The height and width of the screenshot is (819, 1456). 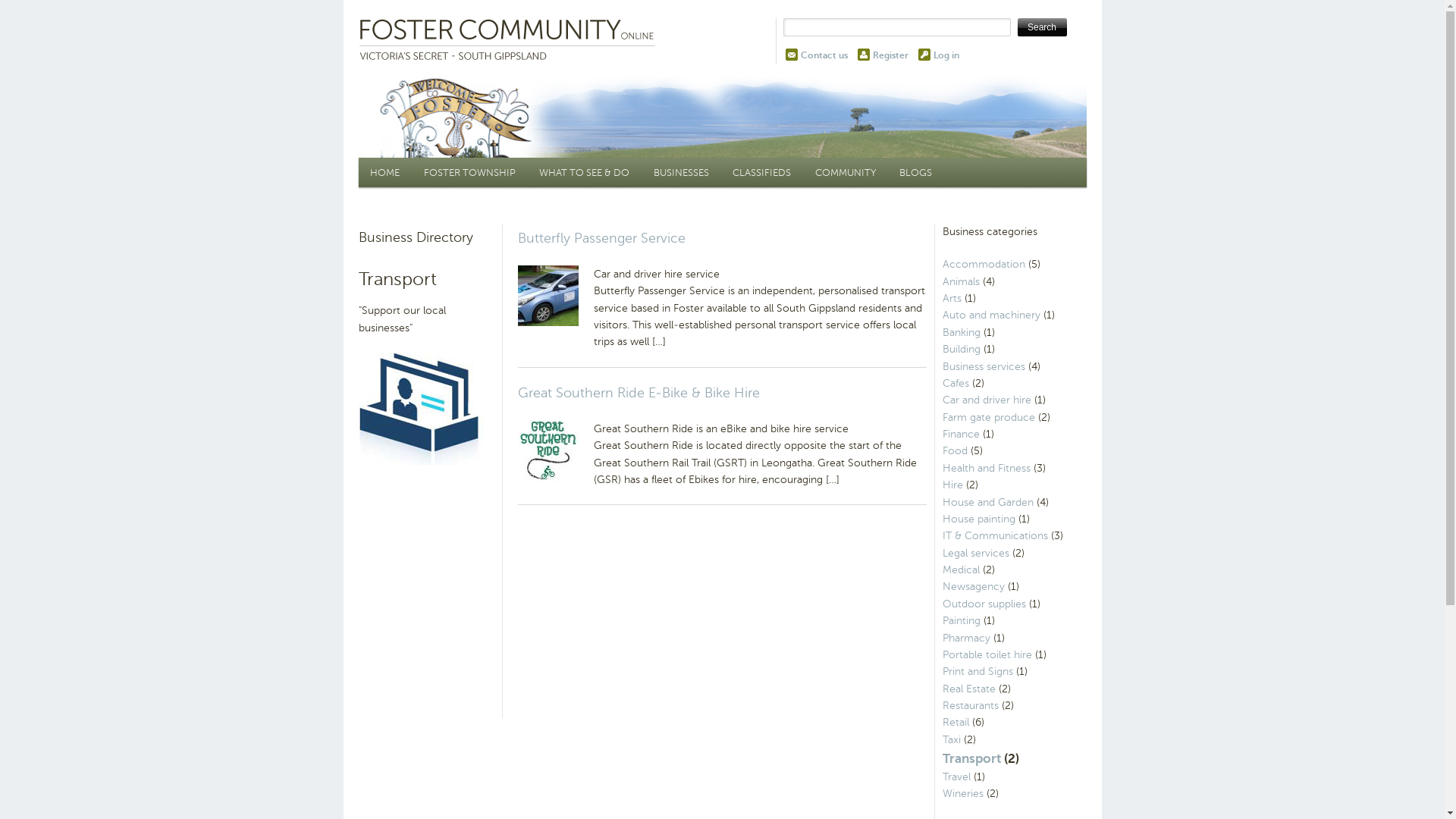 I want to click on 'Painting', so click(x=960, y=620).